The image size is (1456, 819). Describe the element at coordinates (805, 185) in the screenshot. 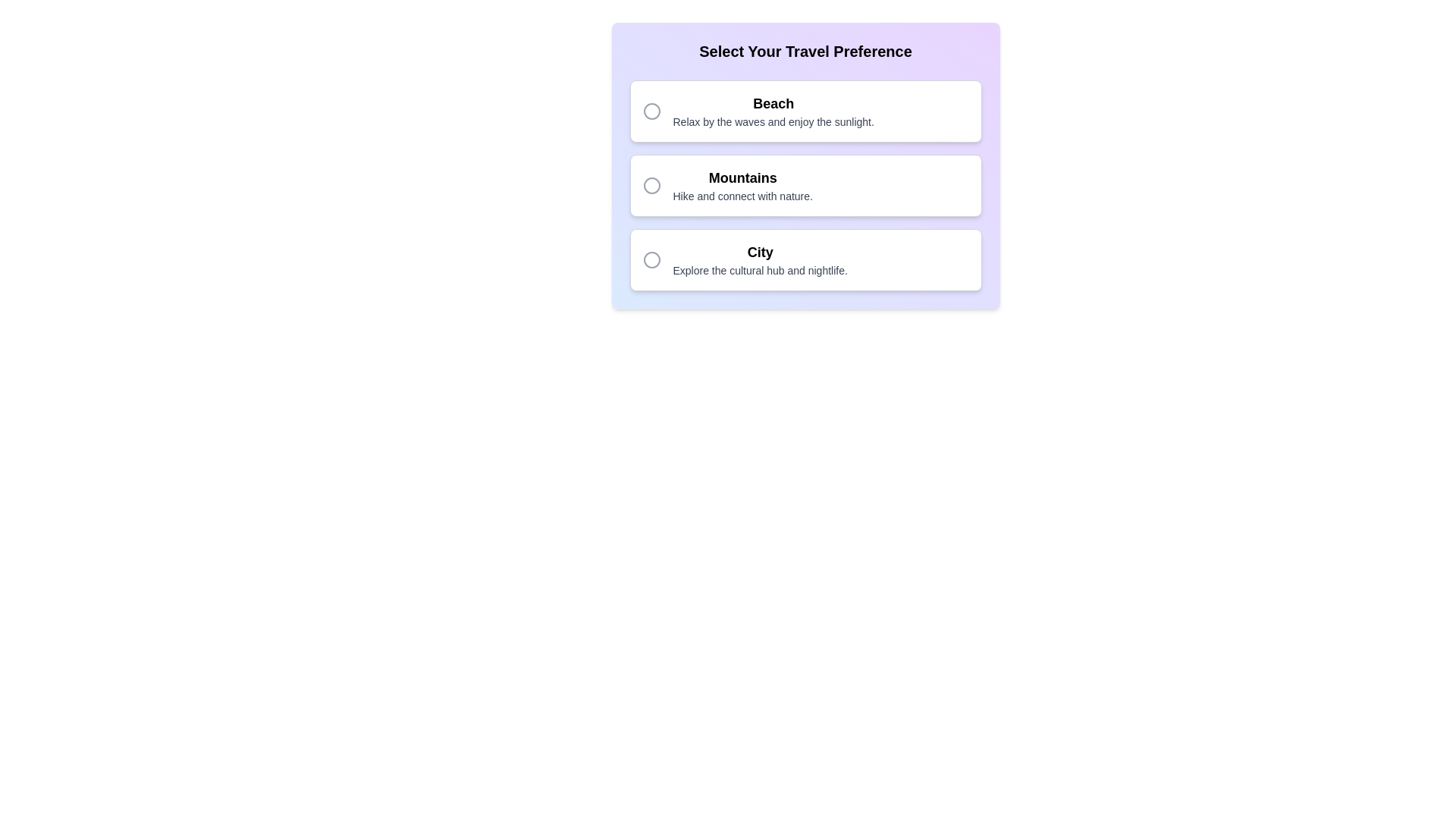

I see `the 'Mountains' Radio selection card, which is the second card in the vertical list of travel preferences, to focus on it` at that location.